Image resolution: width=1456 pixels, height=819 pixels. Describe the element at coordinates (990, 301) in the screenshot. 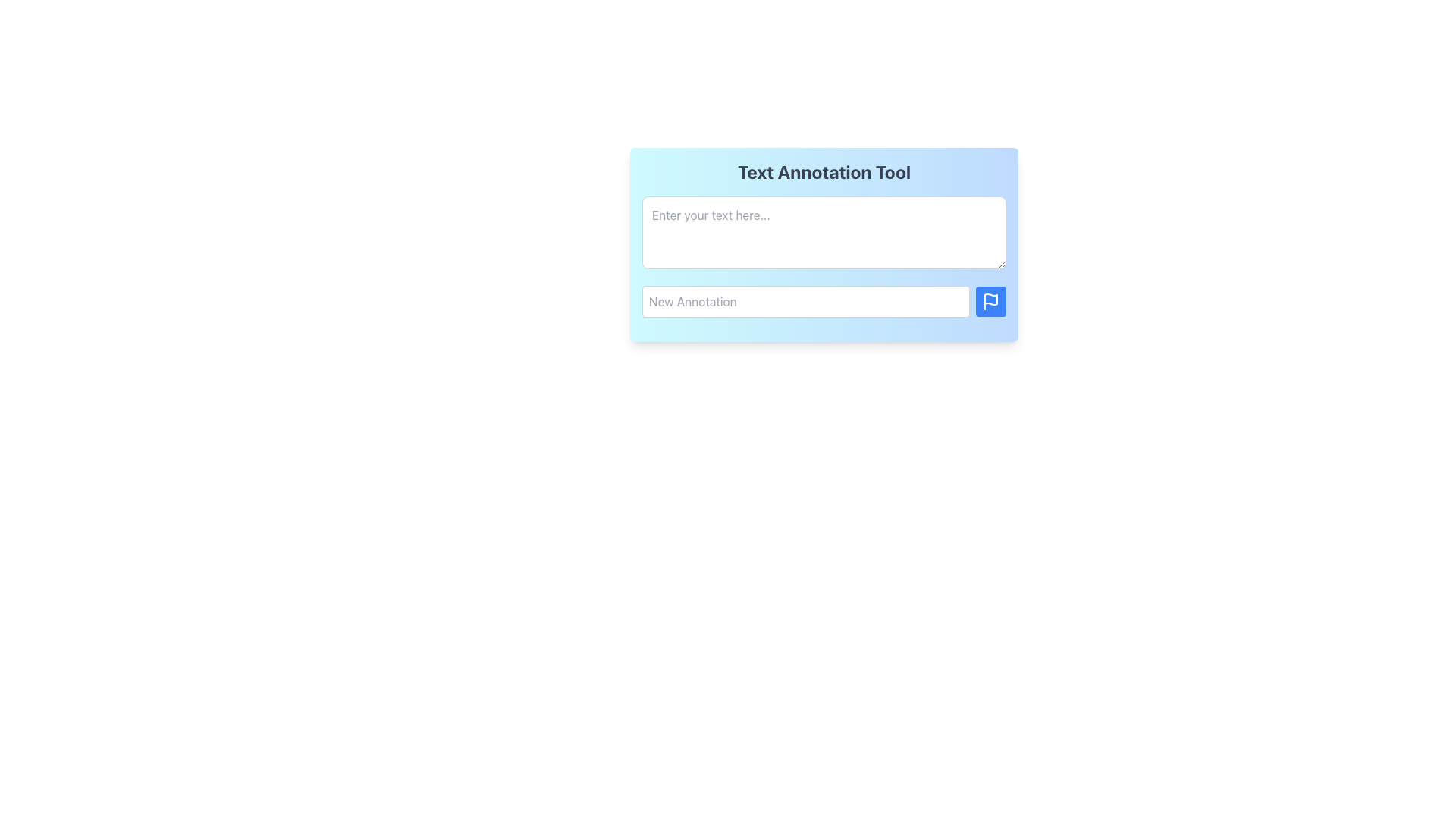

I see `the flag icon located inside a rounded blue button at the right end of the 'New Annotation' text input field` at that location.